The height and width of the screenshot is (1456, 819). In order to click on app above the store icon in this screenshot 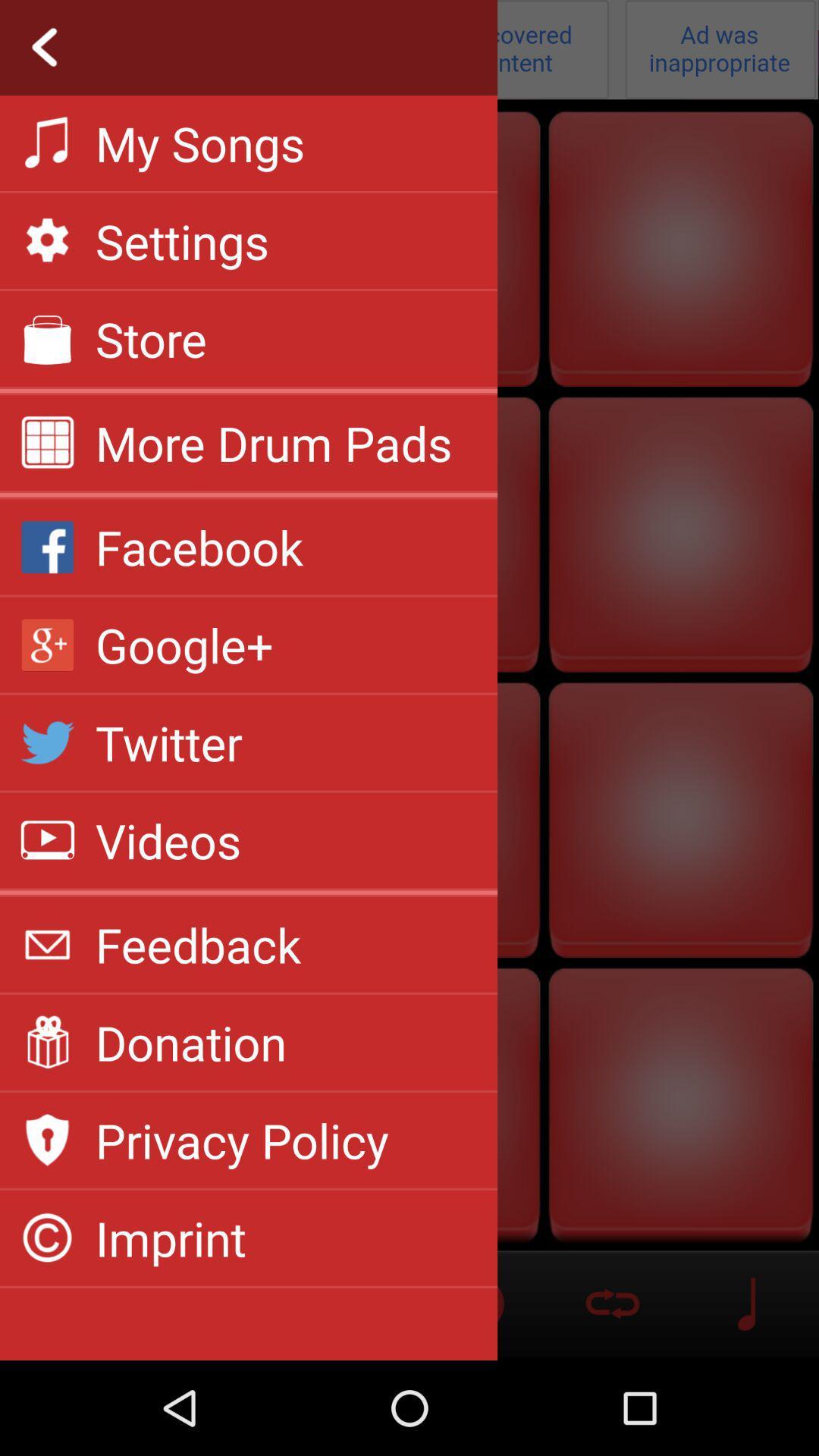, I will do `click(181, 240)`.